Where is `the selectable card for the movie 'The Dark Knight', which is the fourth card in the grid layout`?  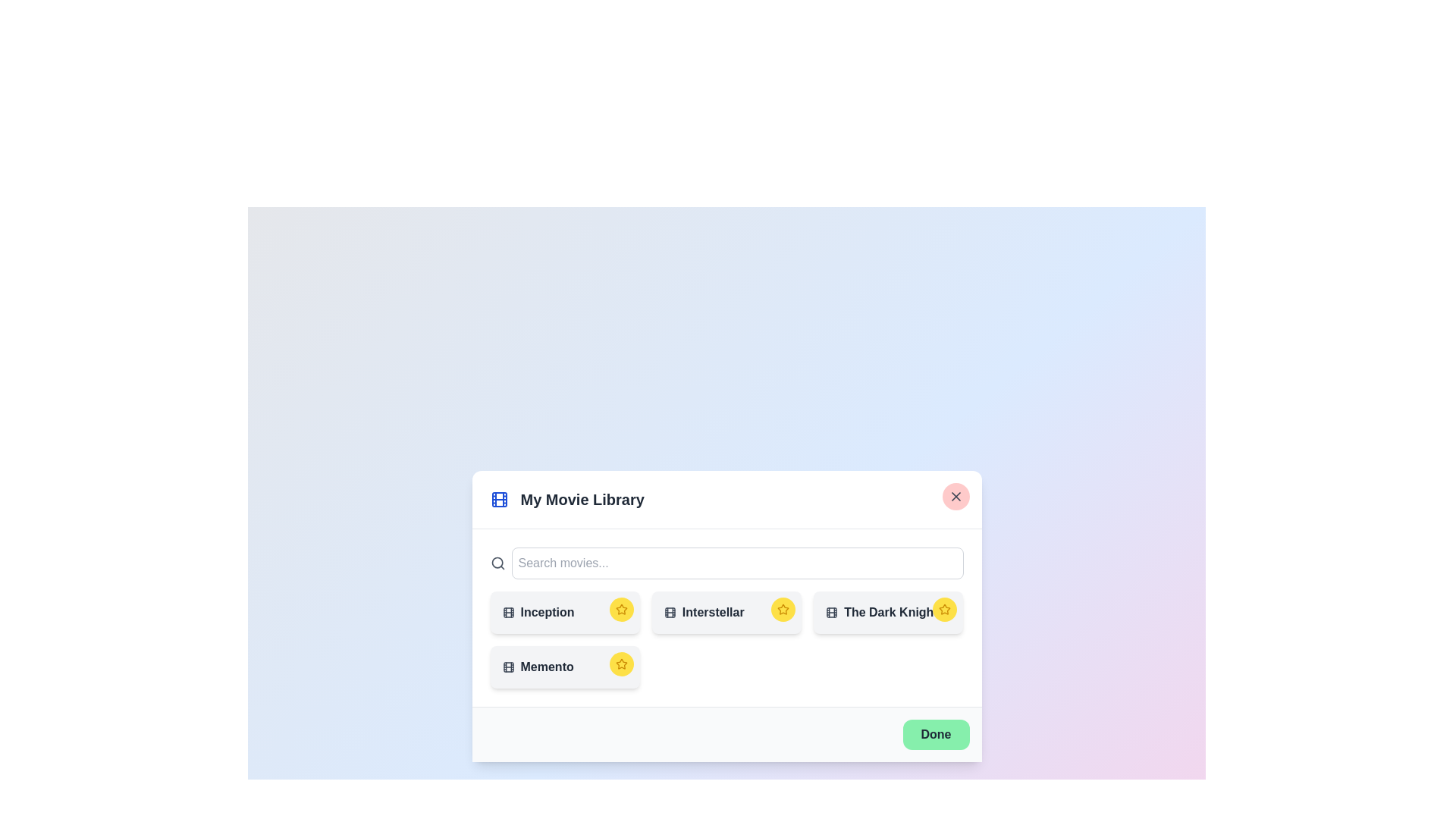
the selectable card for the movie 'The Dark Knight', which is the fourth card in the grid layout is located at coordinates (888, 611).